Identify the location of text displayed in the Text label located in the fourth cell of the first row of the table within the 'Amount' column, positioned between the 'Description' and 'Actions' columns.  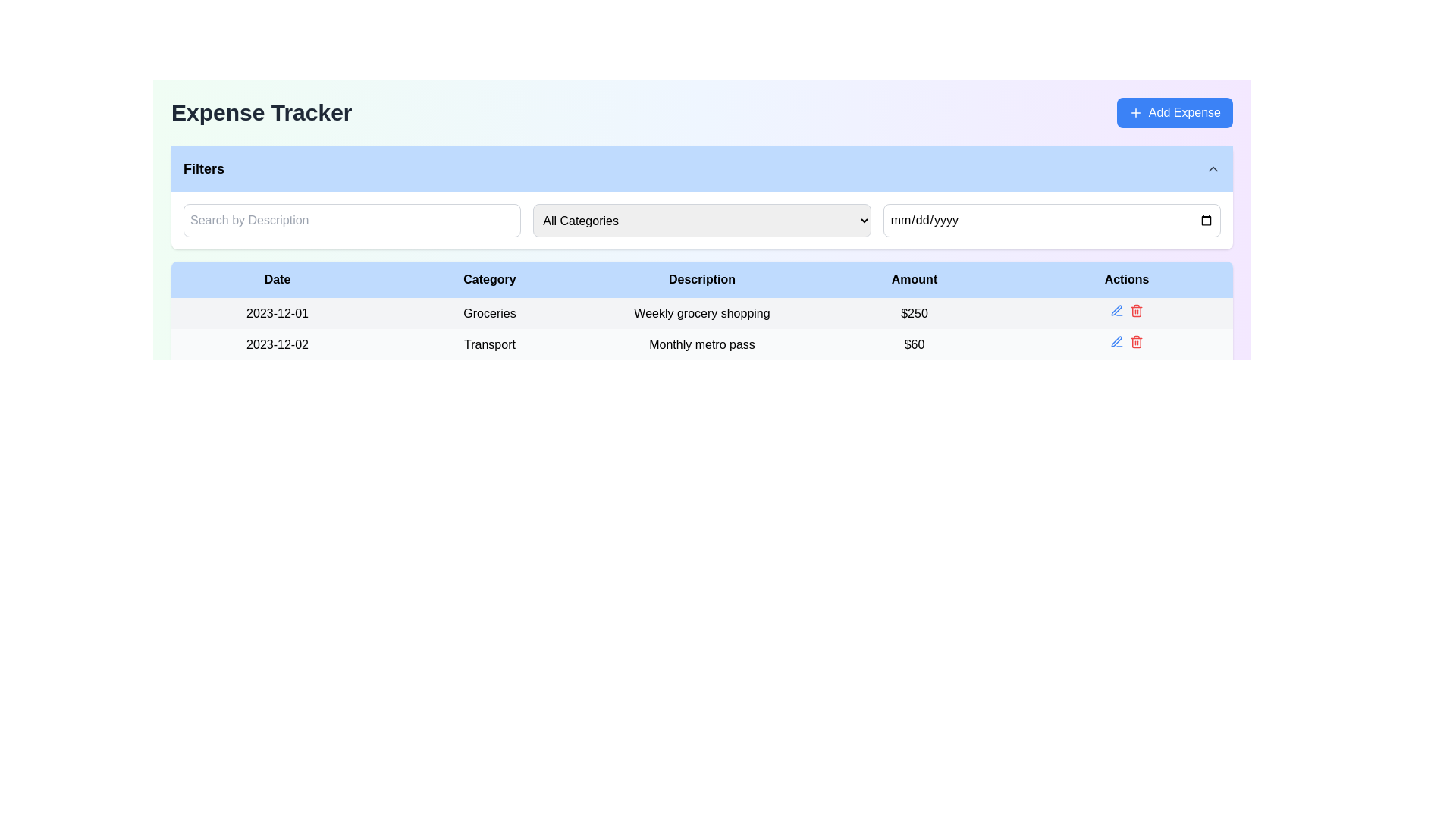
(913, 312).